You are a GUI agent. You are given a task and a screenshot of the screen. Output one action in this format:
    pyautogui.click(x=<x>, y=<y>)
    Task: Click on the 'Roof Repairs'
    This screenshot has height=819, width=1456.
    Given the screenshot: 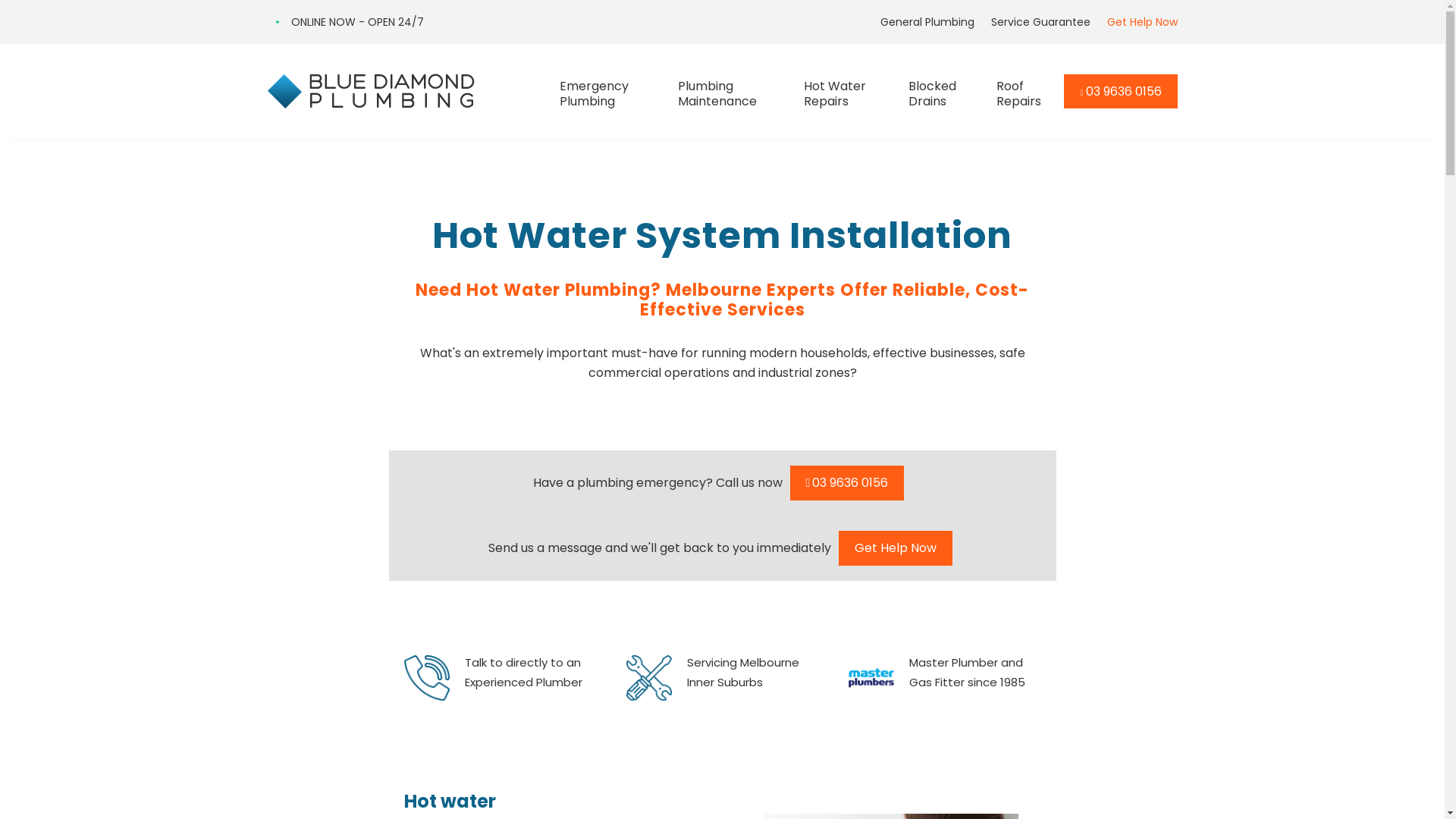 What is the action you would take?
    pyautogui.click(x=996, y=90)
    